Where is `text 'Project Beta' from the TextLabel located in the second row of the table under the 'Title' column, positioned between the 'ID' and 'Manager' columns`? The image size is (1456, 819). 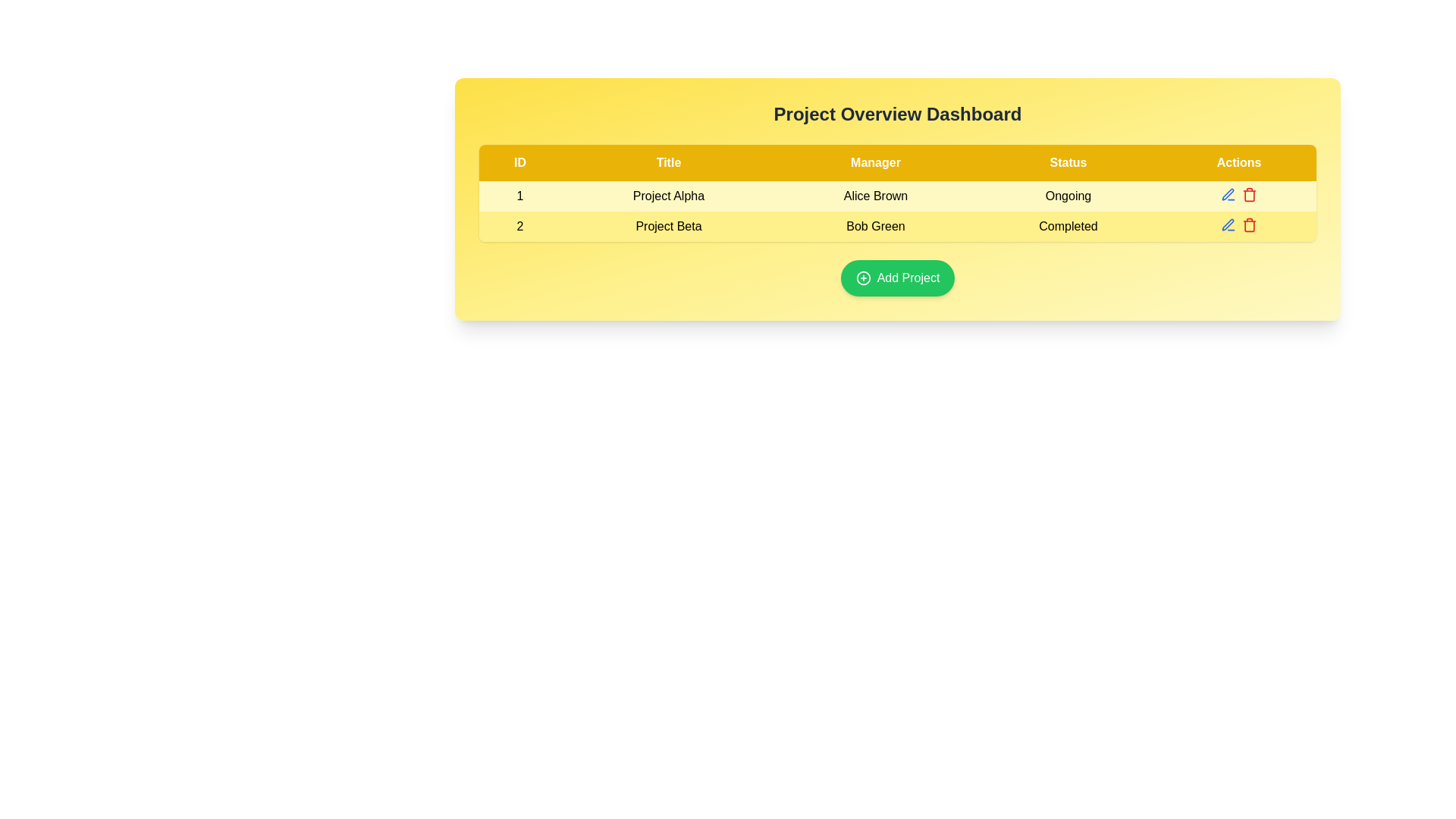 text 'Project Beta' from the TextLabel located in the second row of the table under the 'Title' column, positioned between the 'ID' and 'Manager' columns is located at coordinates (668, 227).